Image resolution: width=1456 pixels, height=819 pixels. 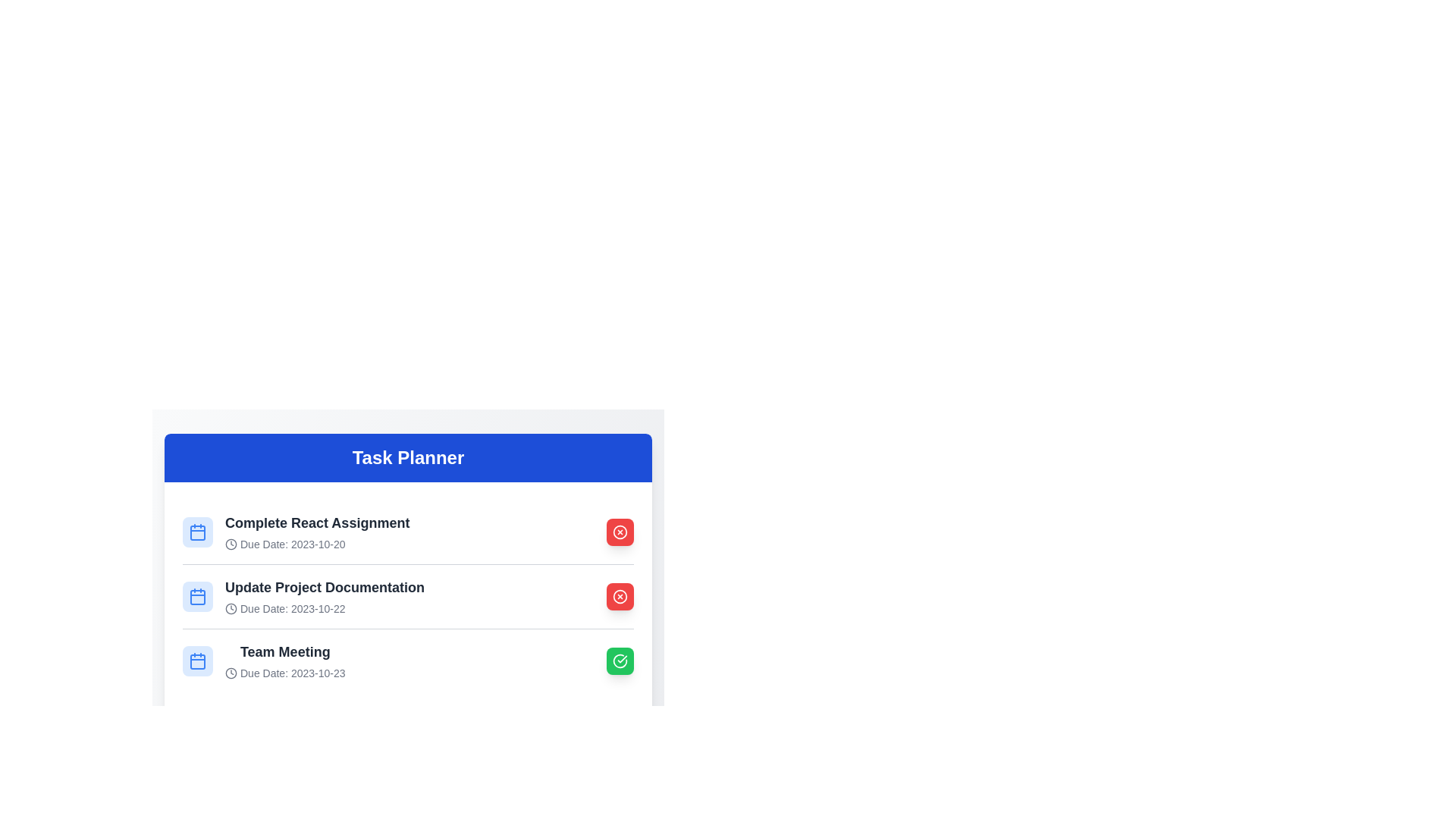 I want to click on the text block displaying 'Update Project Documentation' with an icon of a clock, which is the second task in the vertical list of tasks, so click(x=324, y=595).